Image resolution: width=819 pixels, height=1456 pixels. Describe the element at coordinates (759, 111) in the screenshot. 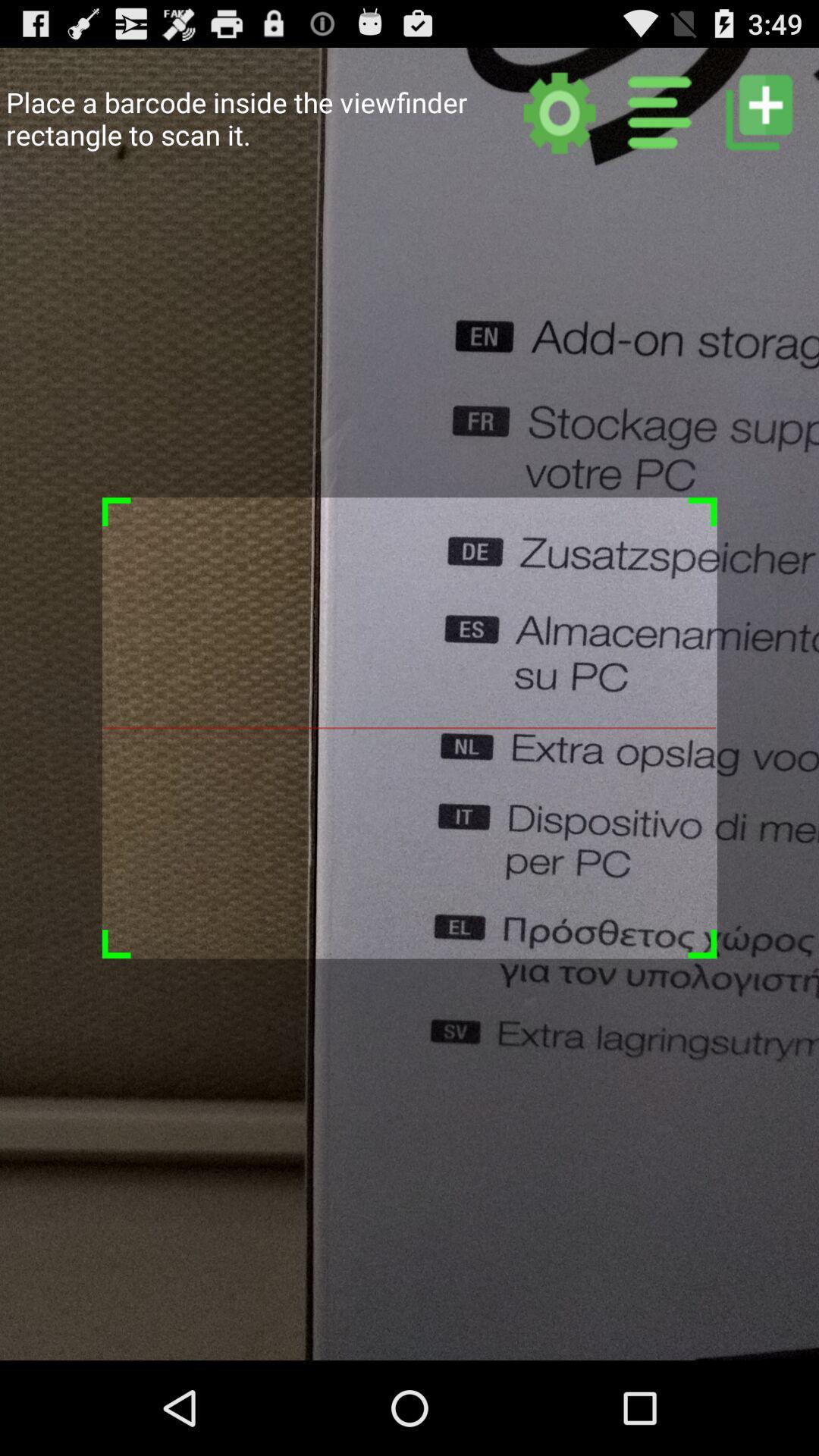

I see `this button in zoom options` at that location.